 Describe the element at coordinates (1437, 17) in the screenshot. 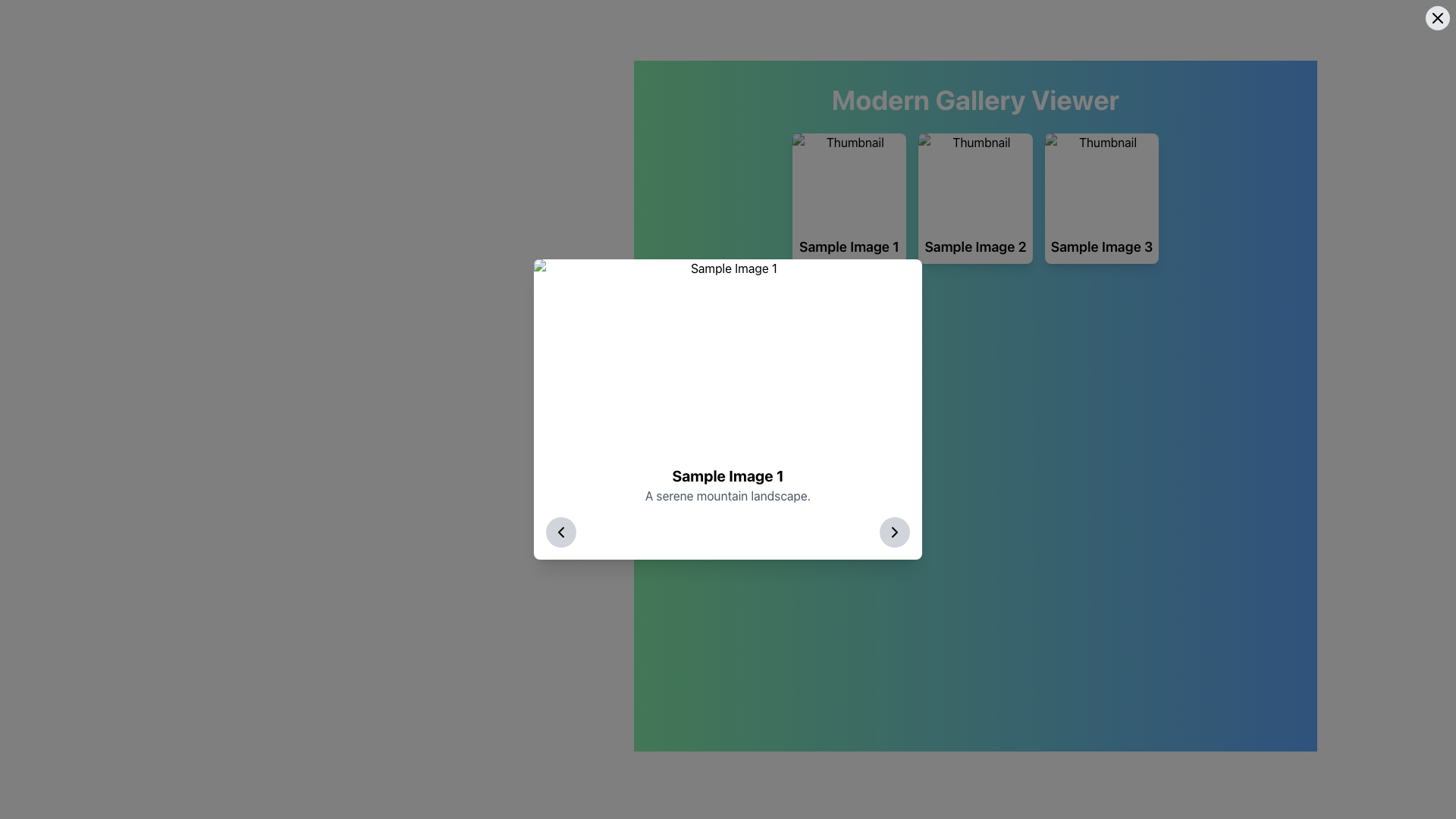

I see `the Close Button (X-shaped icon) located in the top-right corner of the modal` at that location.